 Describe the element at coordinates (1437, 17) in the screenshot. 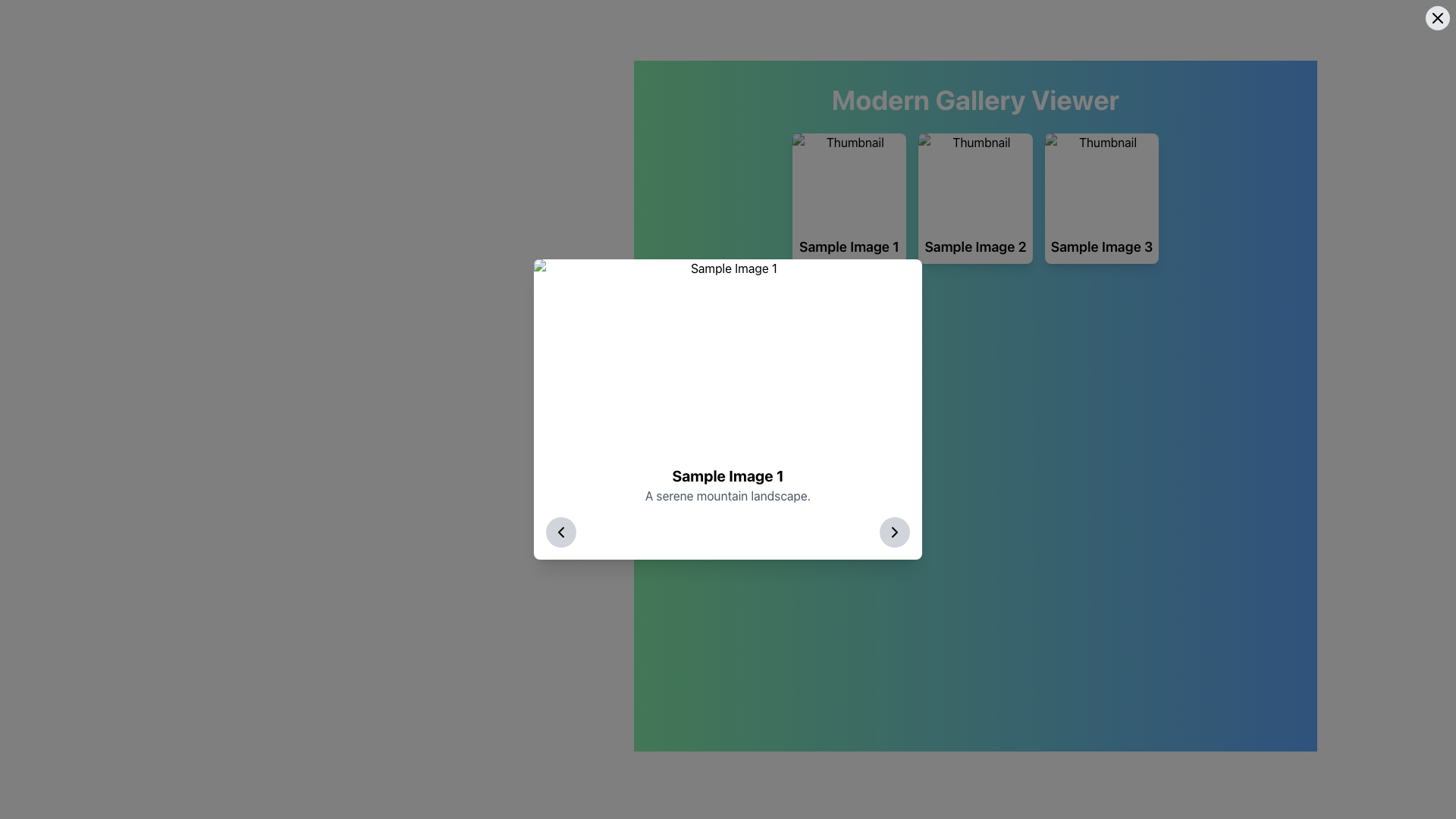

I see `the Close Button (X-shaped icon) located in the top-right corner of the modal` at that location.